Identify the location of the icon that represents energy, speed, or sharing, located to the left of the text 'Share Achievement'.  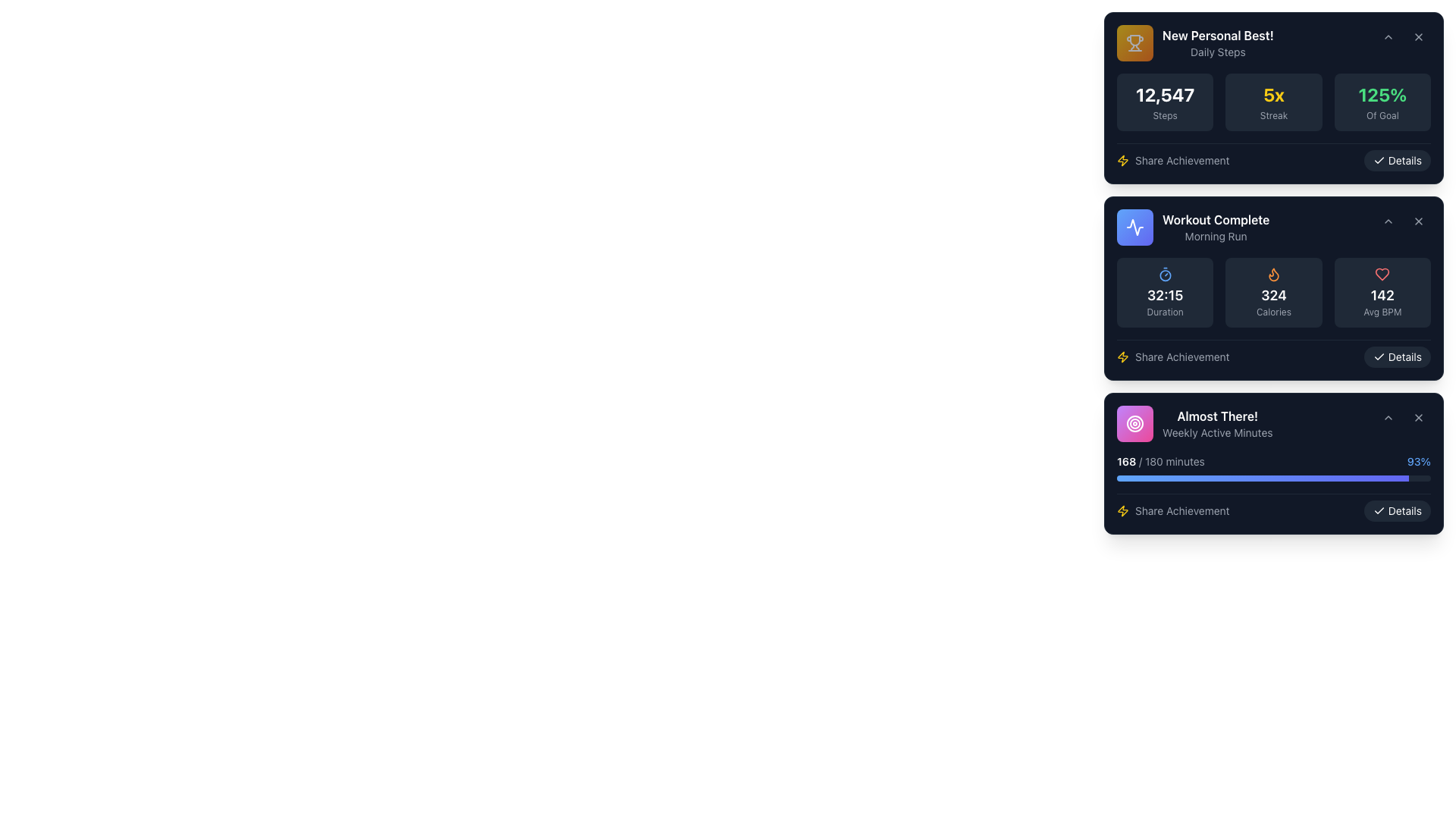
(1123, 511).